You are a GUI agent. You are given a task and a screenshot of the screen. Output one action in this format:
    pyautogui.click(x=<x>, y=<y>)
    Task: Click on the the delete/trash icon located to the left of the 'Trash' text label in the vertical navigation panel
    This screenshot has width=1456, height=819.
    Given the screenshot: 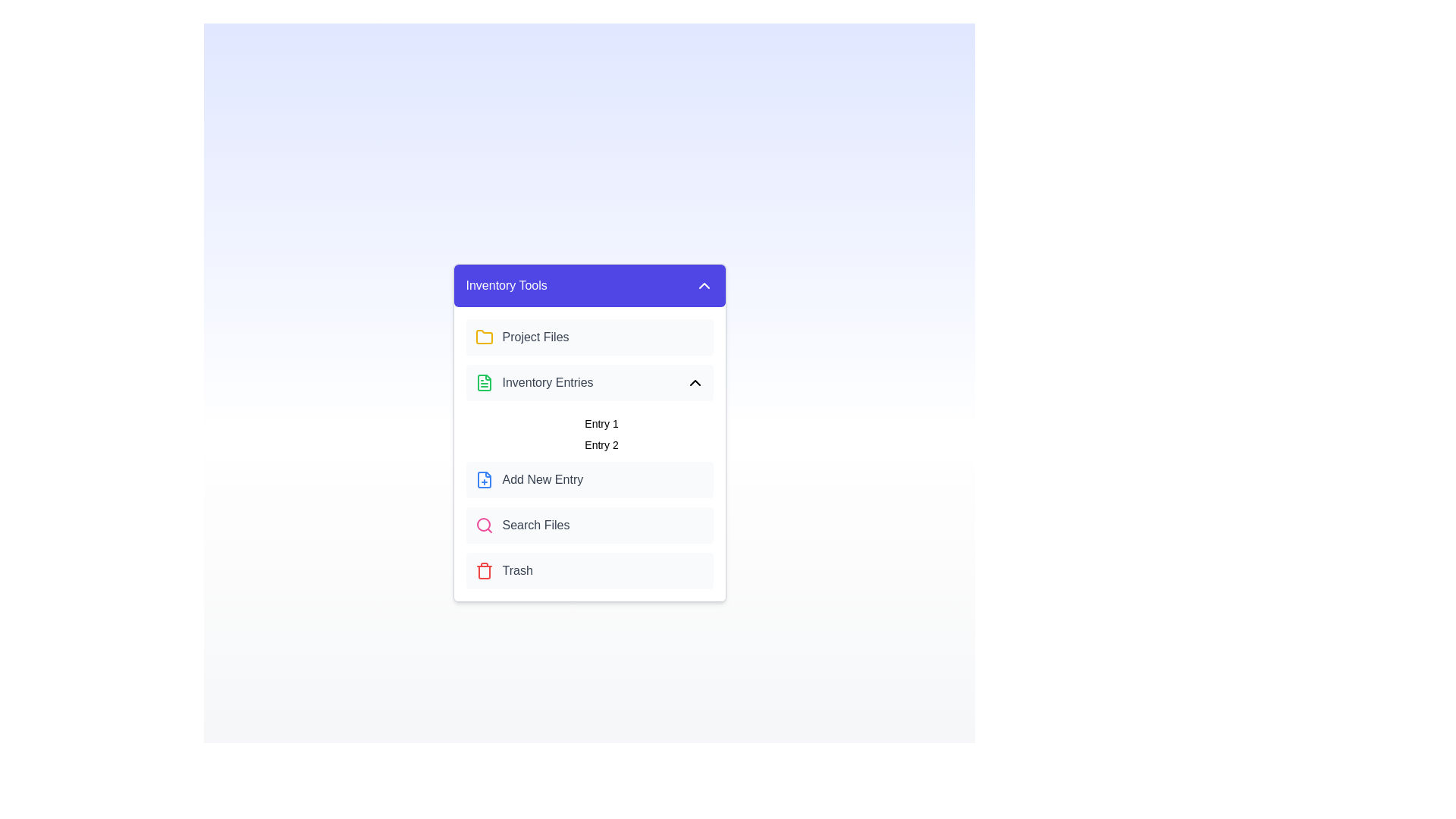 What is the action you would take?
    pyautogui.click(x=483, y=570)
    